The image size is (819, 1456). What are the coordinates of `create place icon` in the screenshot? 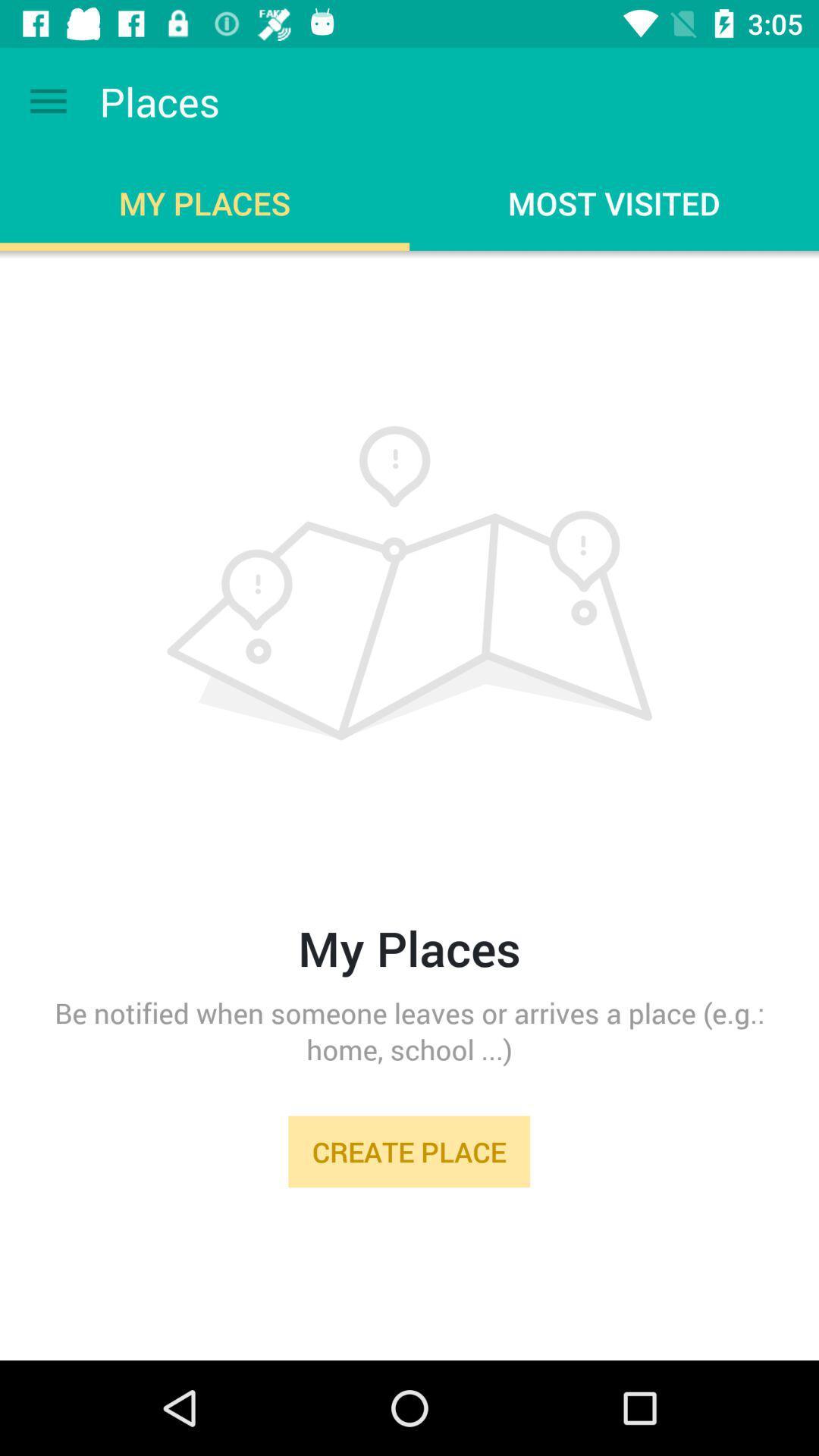 It's located at (408, 1151).